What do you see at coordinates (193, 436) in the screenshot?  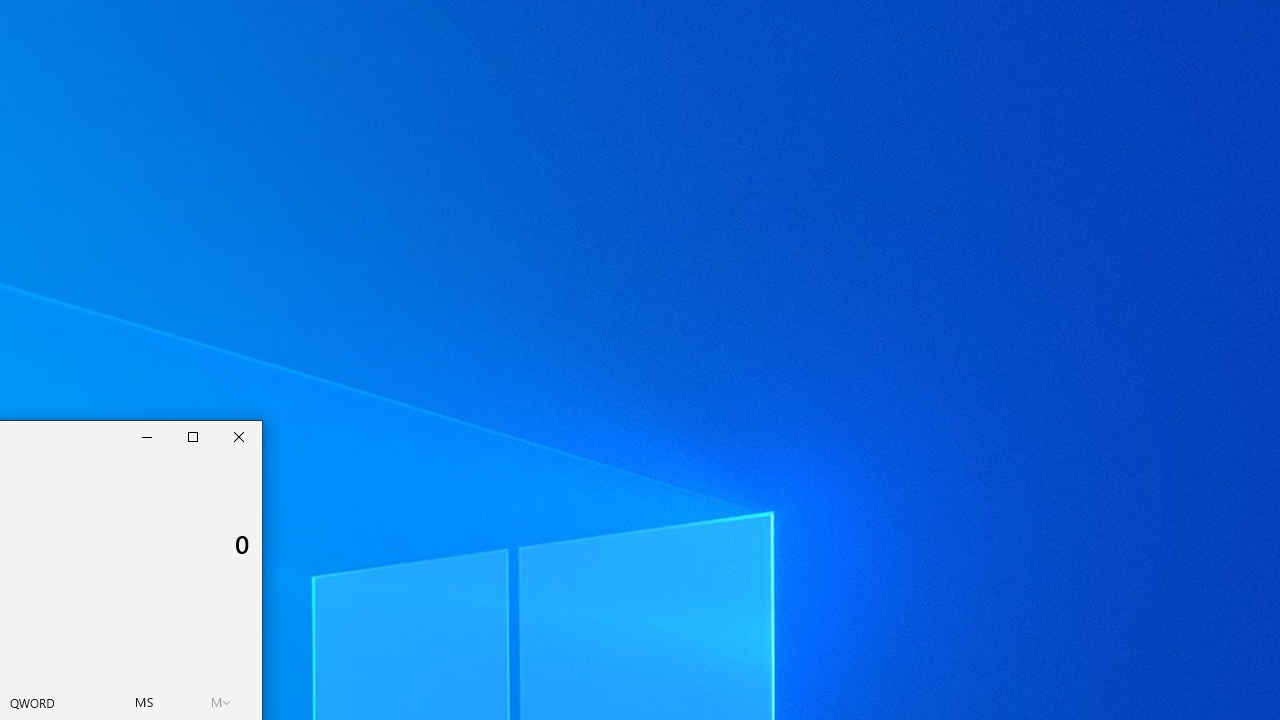 I see `'Maximize Calculator'` at bounding box center [193, 436].